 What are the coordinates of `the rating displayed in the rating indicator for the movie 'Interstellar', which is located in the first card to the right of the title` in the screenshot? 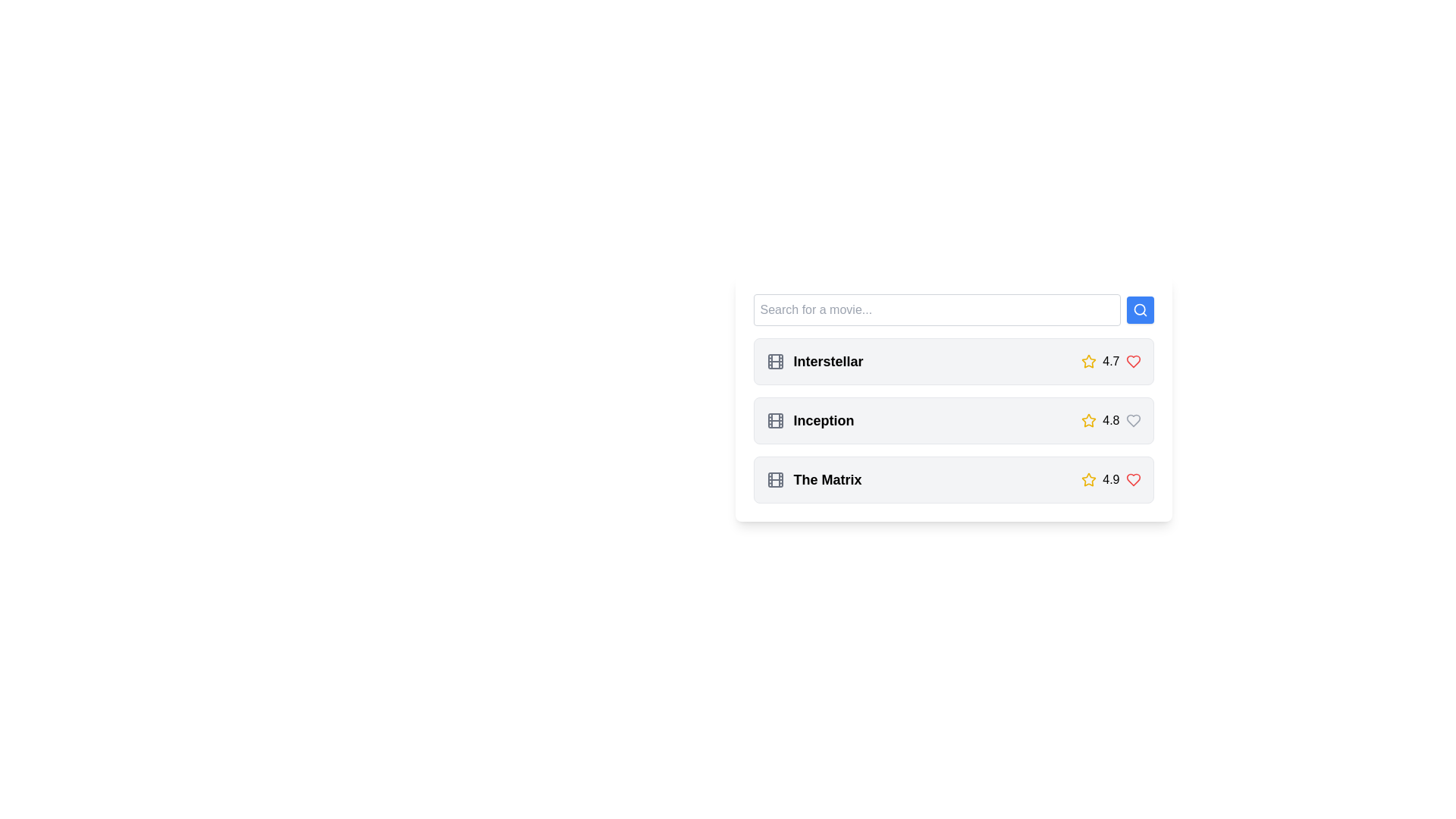 It's located at (1111, 362).